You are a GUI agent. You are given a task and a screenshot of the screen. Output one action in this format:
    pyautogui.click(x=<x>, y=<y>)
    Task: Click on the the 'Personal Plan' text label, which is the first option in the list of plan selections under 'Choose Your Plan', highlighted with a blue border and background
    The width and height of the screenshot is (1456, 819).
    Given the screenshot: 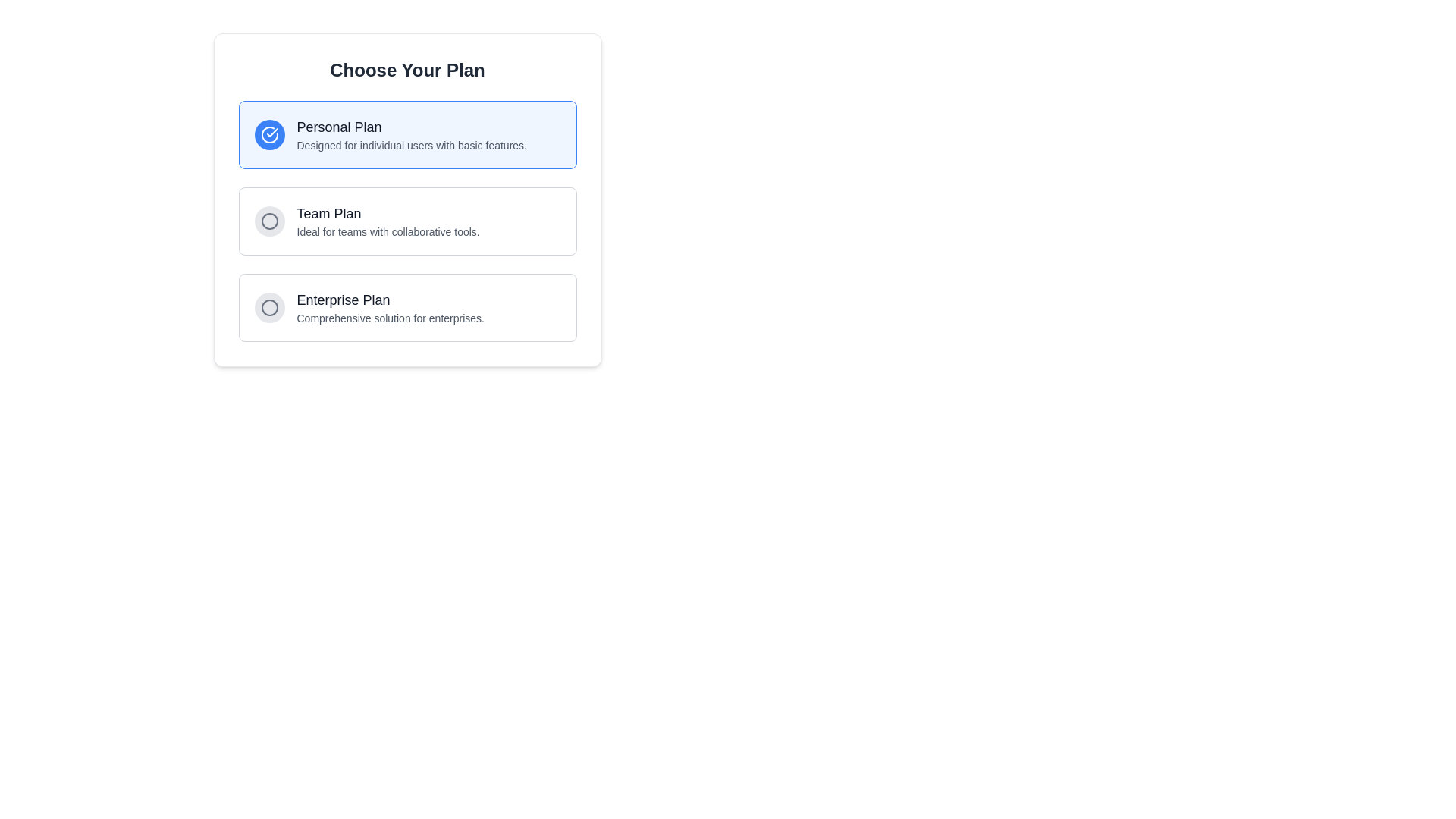 What is the action you would take?
    pyautogui.click(x=412, y=133)
    